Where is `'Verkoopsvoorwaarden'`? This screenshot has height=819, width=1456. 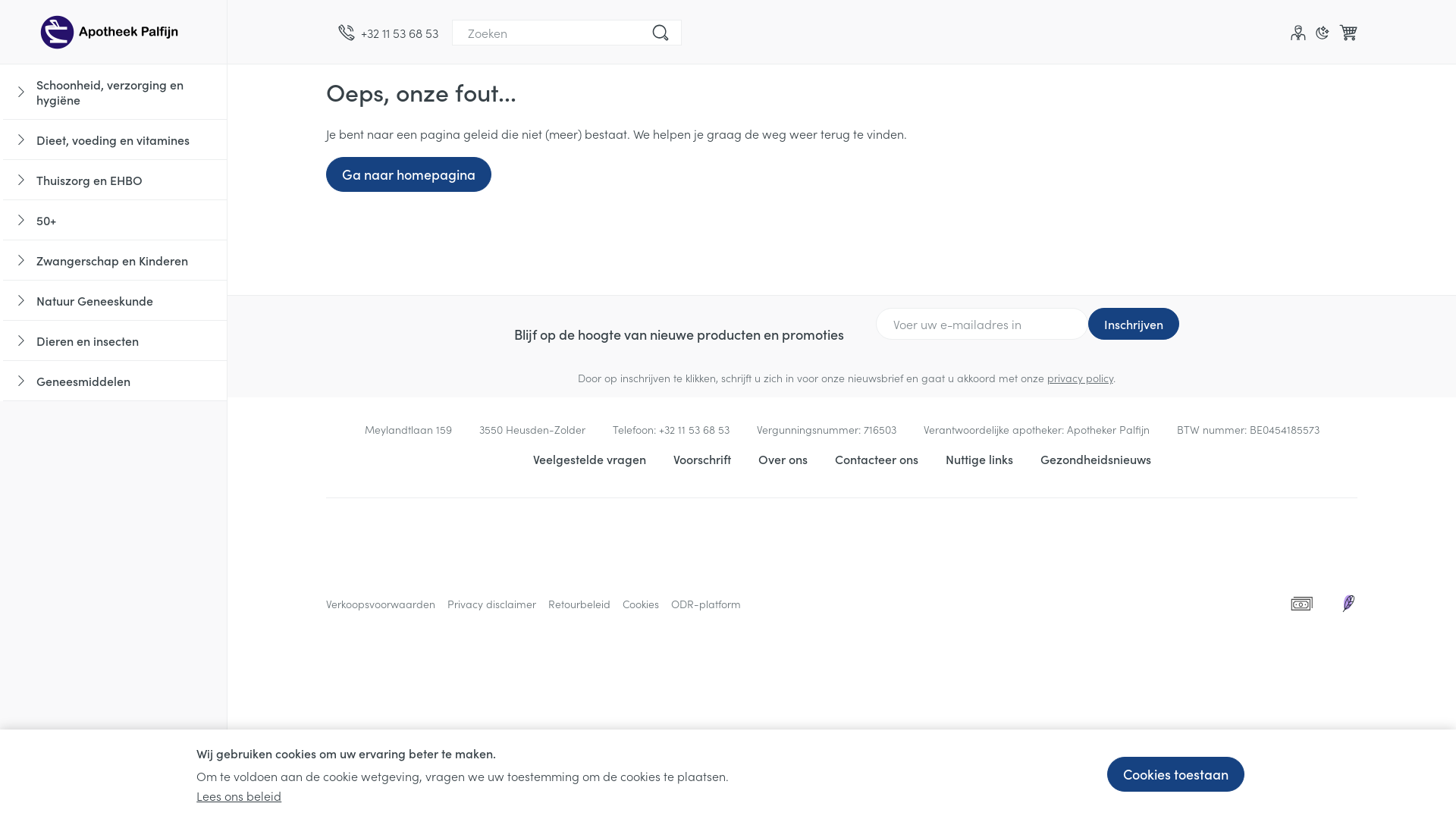
'Verkoopsvoorwaarden' is located at coordinates (325, 602).